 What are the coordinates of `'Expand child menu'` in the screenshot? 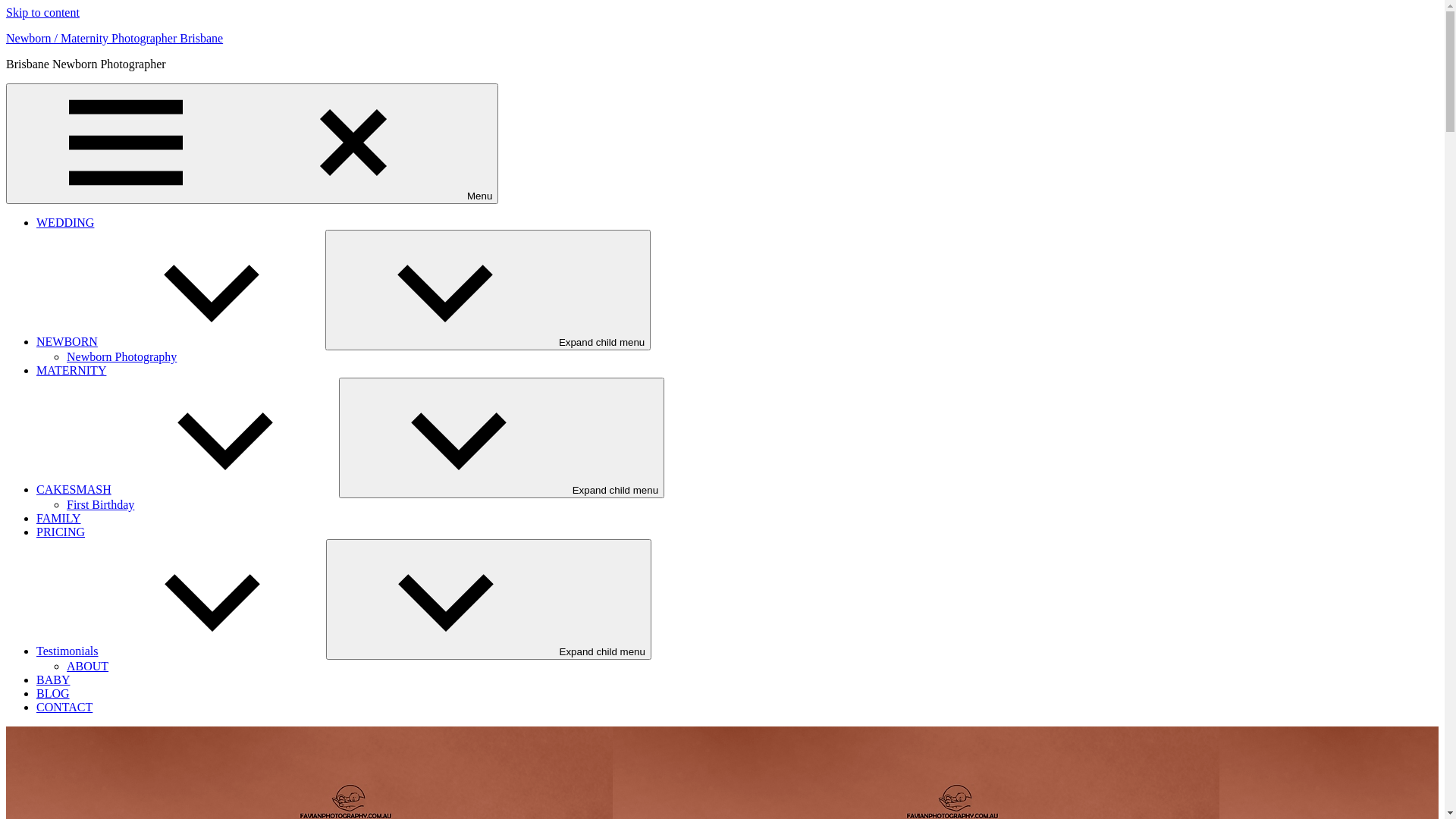 It's located at (488, 598).